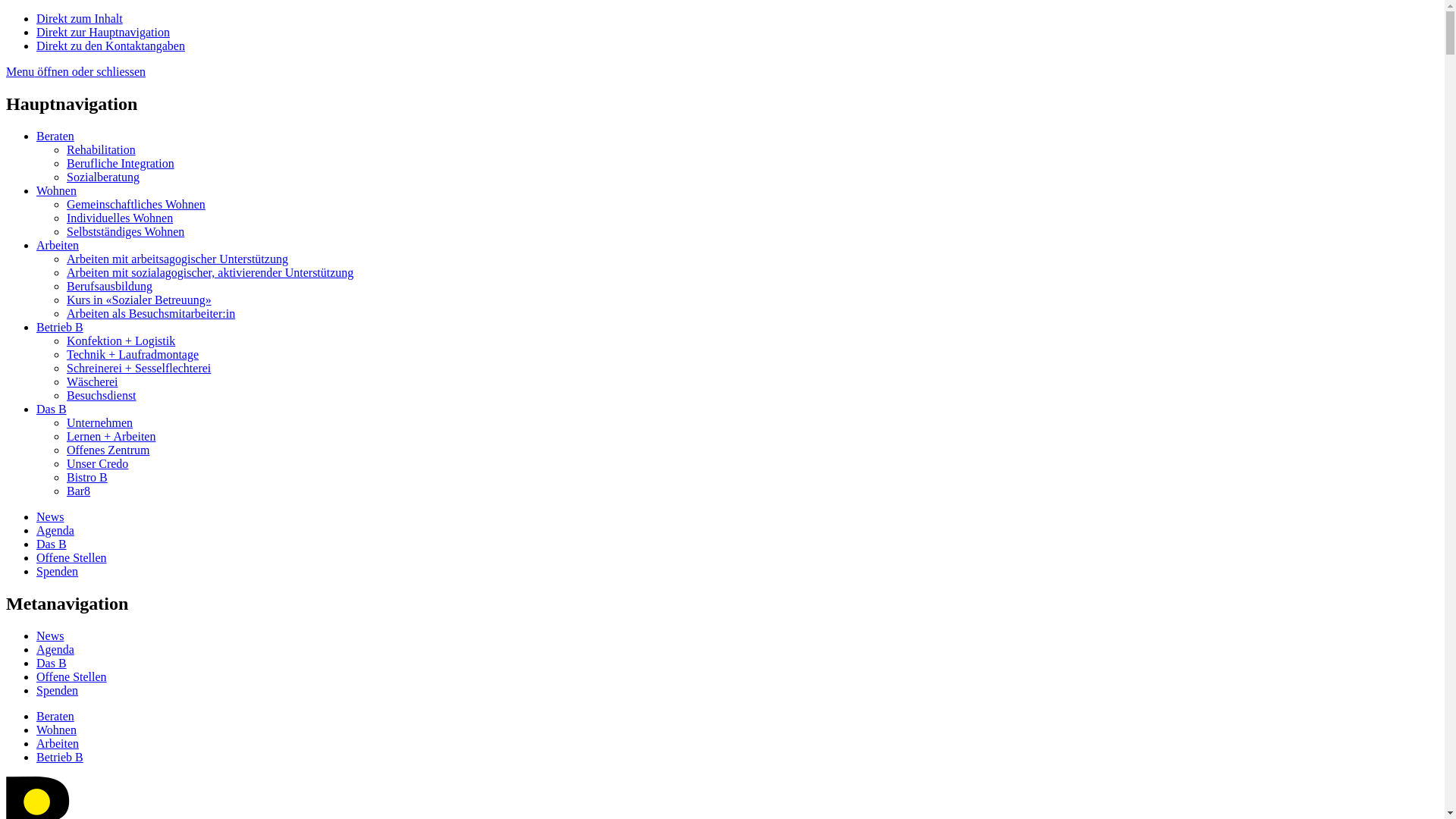  What do you see at coordinates (86, 476) in the screenshot?
I see `'Bistro B'` at bounding box center [86, 476].